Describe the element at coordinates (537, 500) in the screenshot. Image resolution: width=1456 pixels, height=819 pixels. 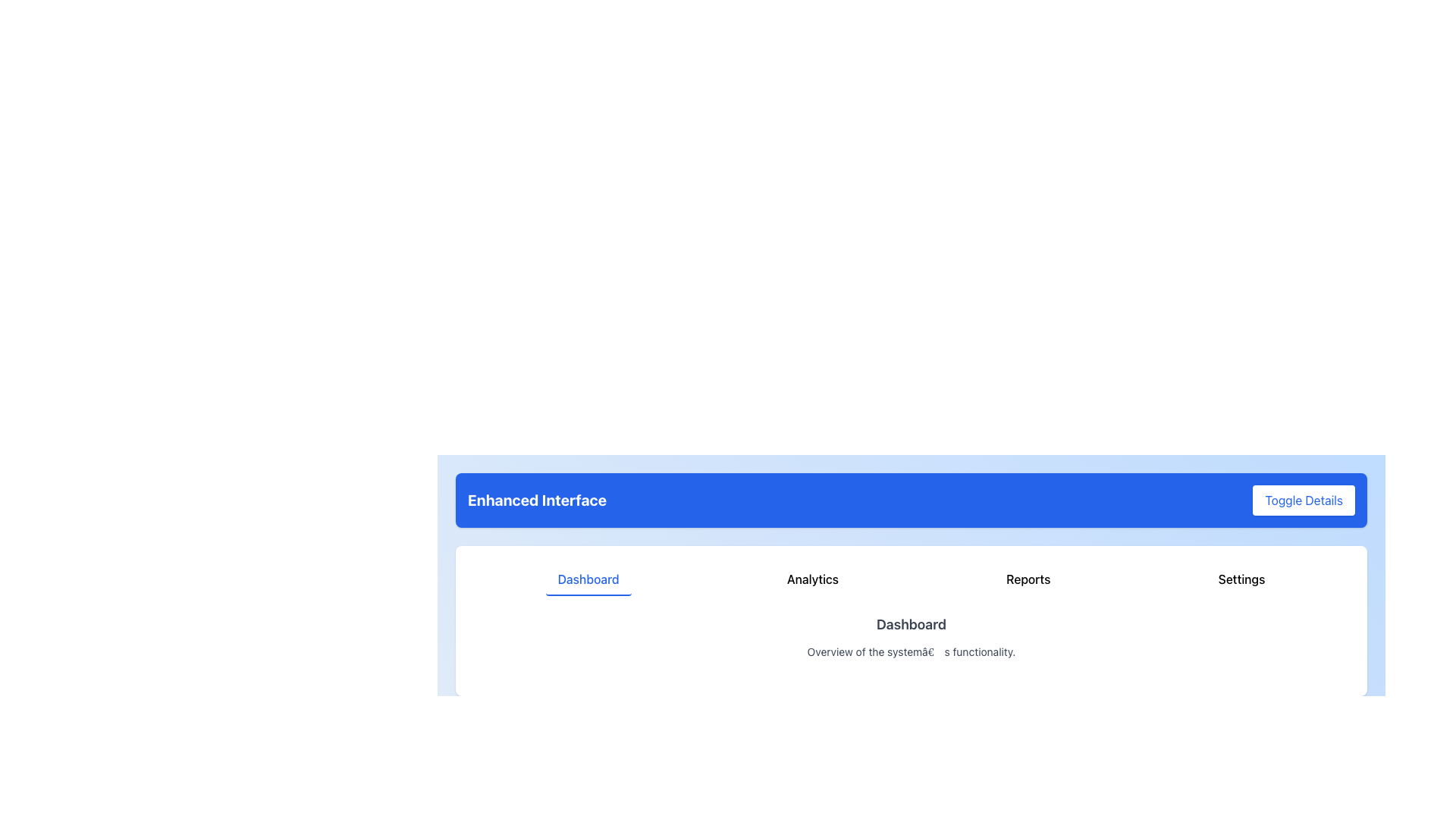
I see `the Text Label displaying 'Enhanced Interface' in bold white font on a blue background` at that location.